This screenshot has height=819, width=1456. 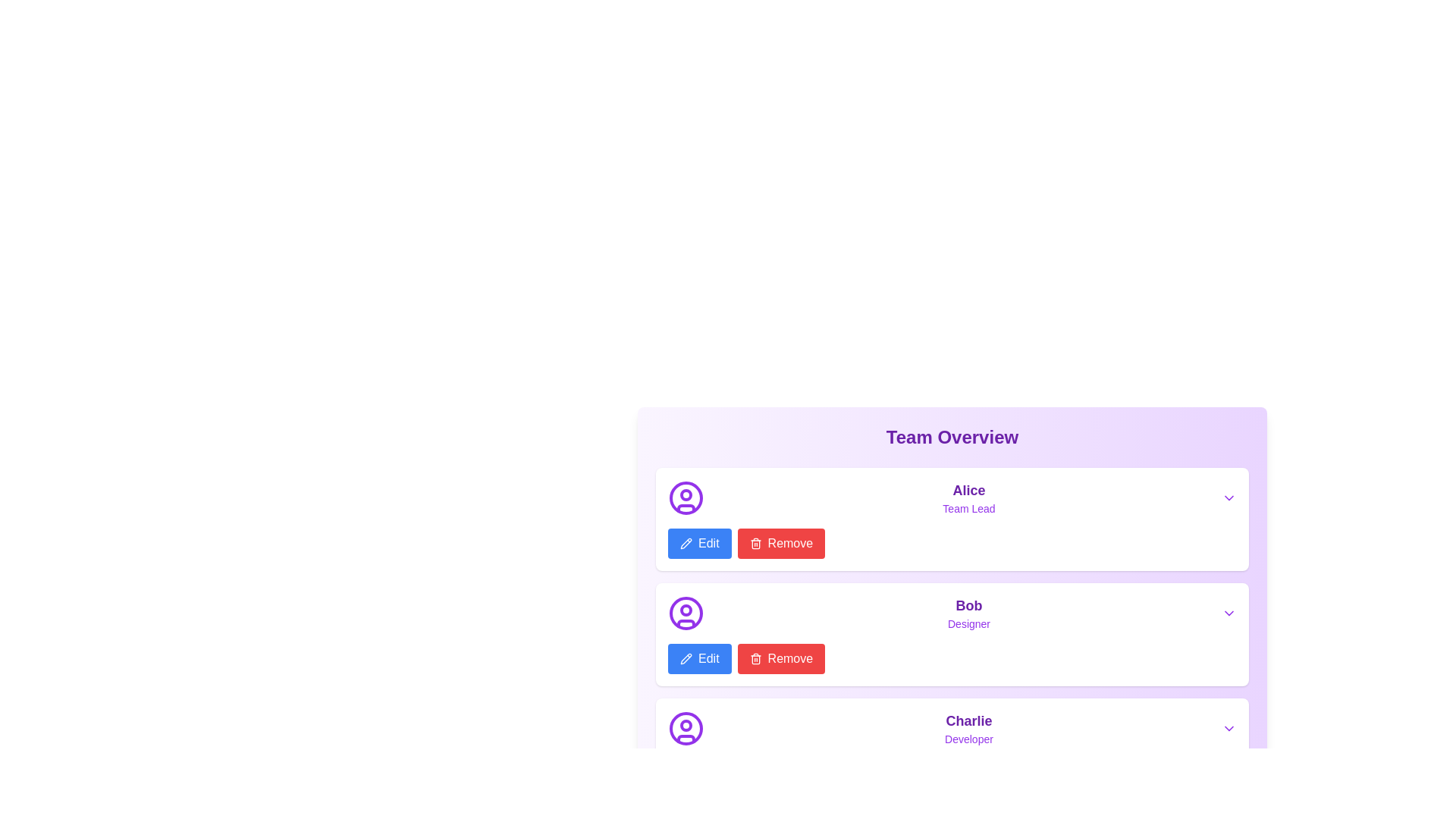 What do you see at coordinates (781, 543) in the screenshot?
I see `the 'Remove' button, a red rectangular button with rounded corners, located` at bounding box center [781, 543].